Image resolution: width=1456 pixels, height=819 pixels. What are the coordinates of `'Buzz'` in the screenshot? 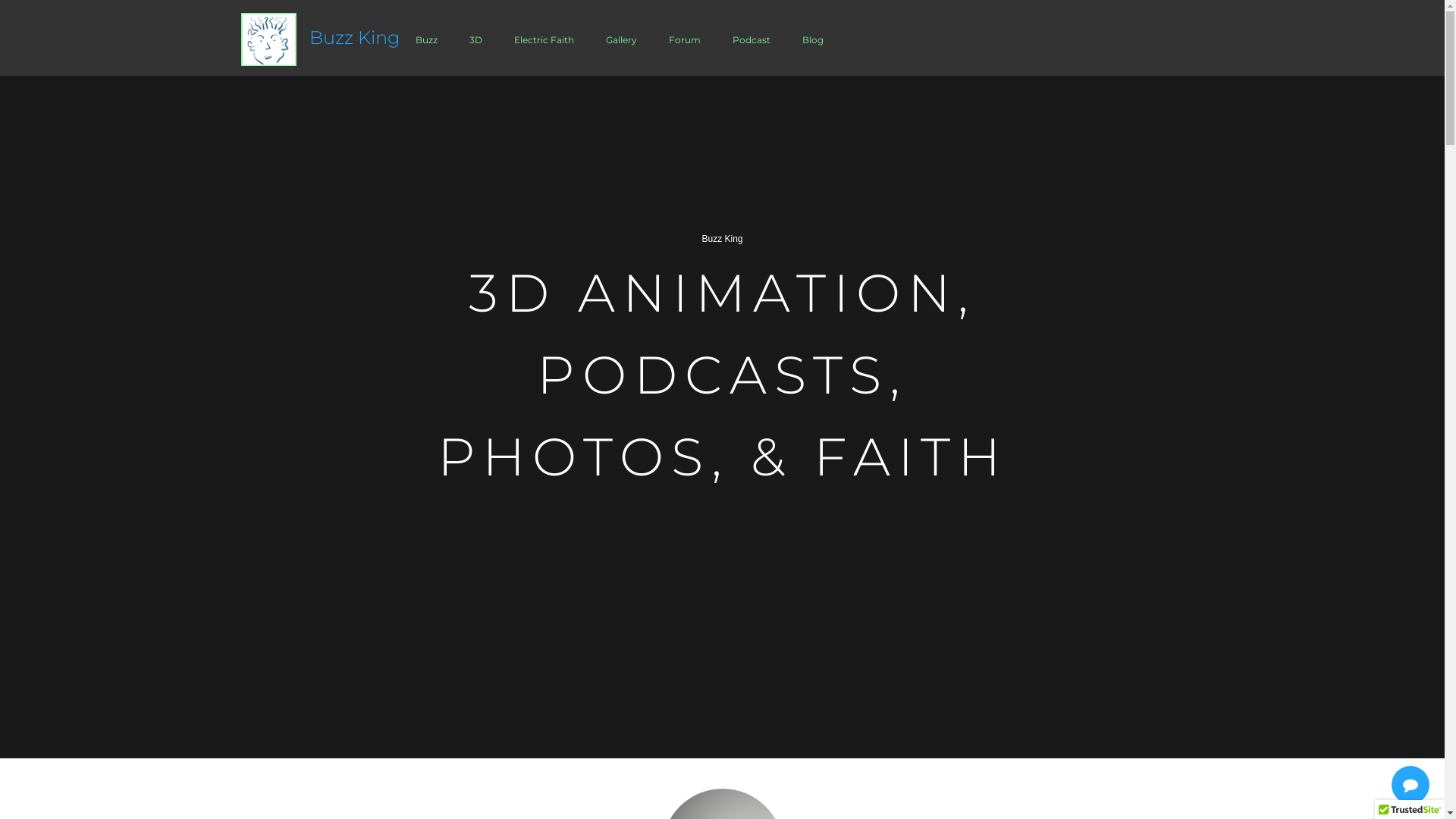 It's located at (425, 39).